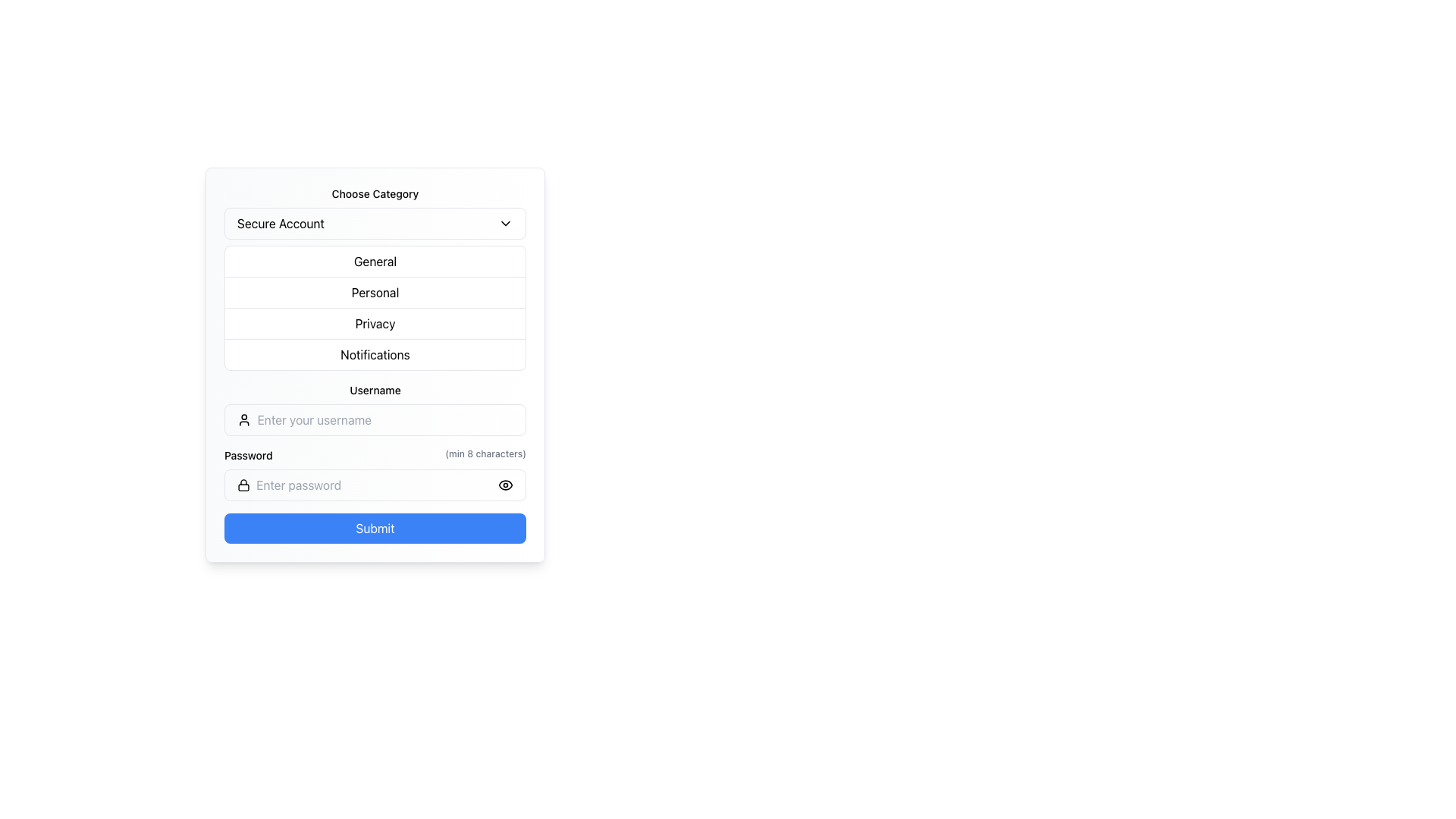 This screenshot has height=819, width=1456. I want to click on the submit button located at the bottom of the form, so click(375, 528).